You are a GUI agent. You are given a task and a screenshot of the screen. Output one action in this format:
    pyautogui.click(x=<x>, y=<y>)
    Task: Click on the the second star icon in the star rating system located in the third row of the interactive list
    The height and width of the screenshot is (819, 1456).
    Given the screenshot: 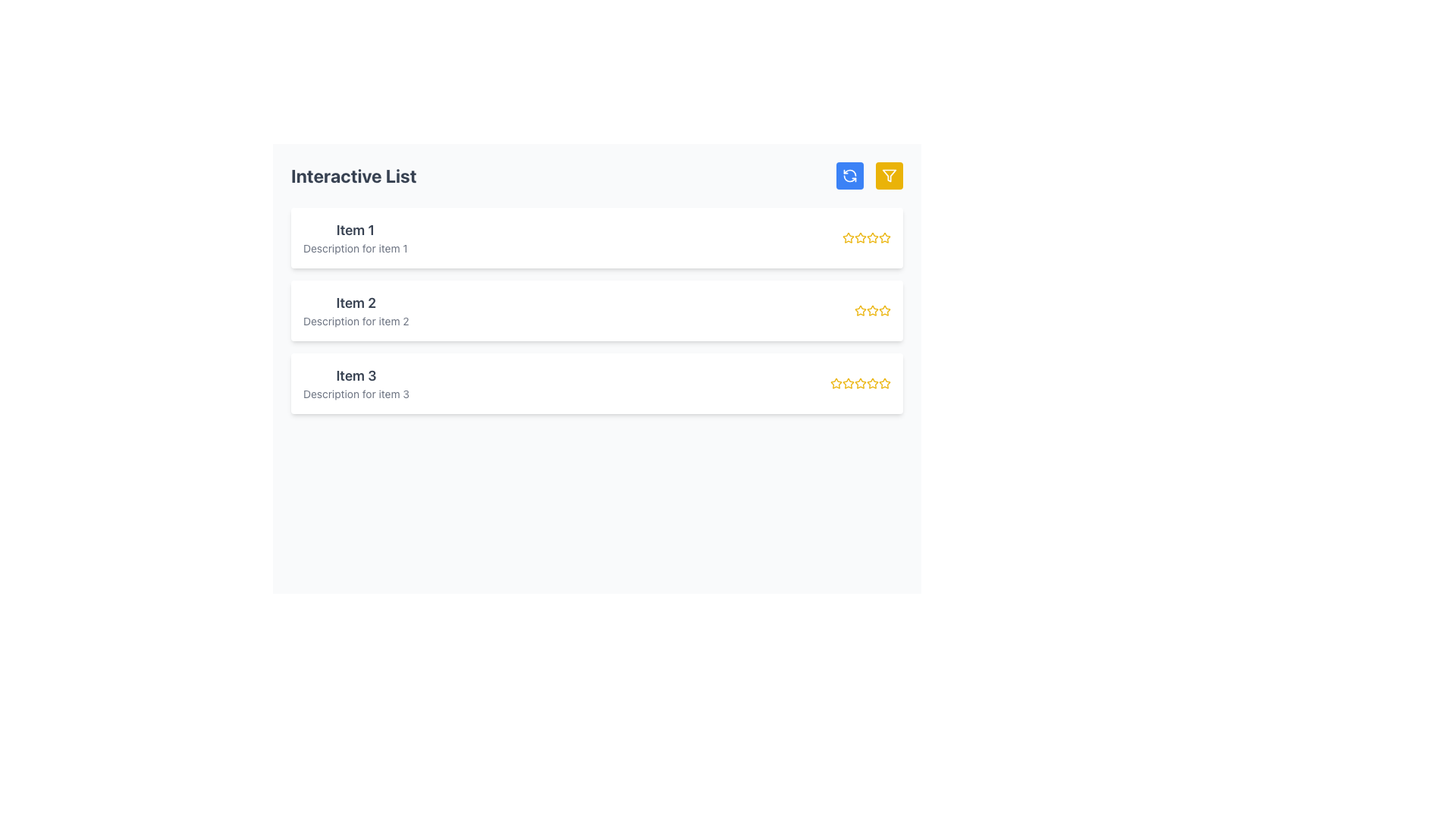 What is the action you would take?
    pyautogui.click(x=847, y=382)
    